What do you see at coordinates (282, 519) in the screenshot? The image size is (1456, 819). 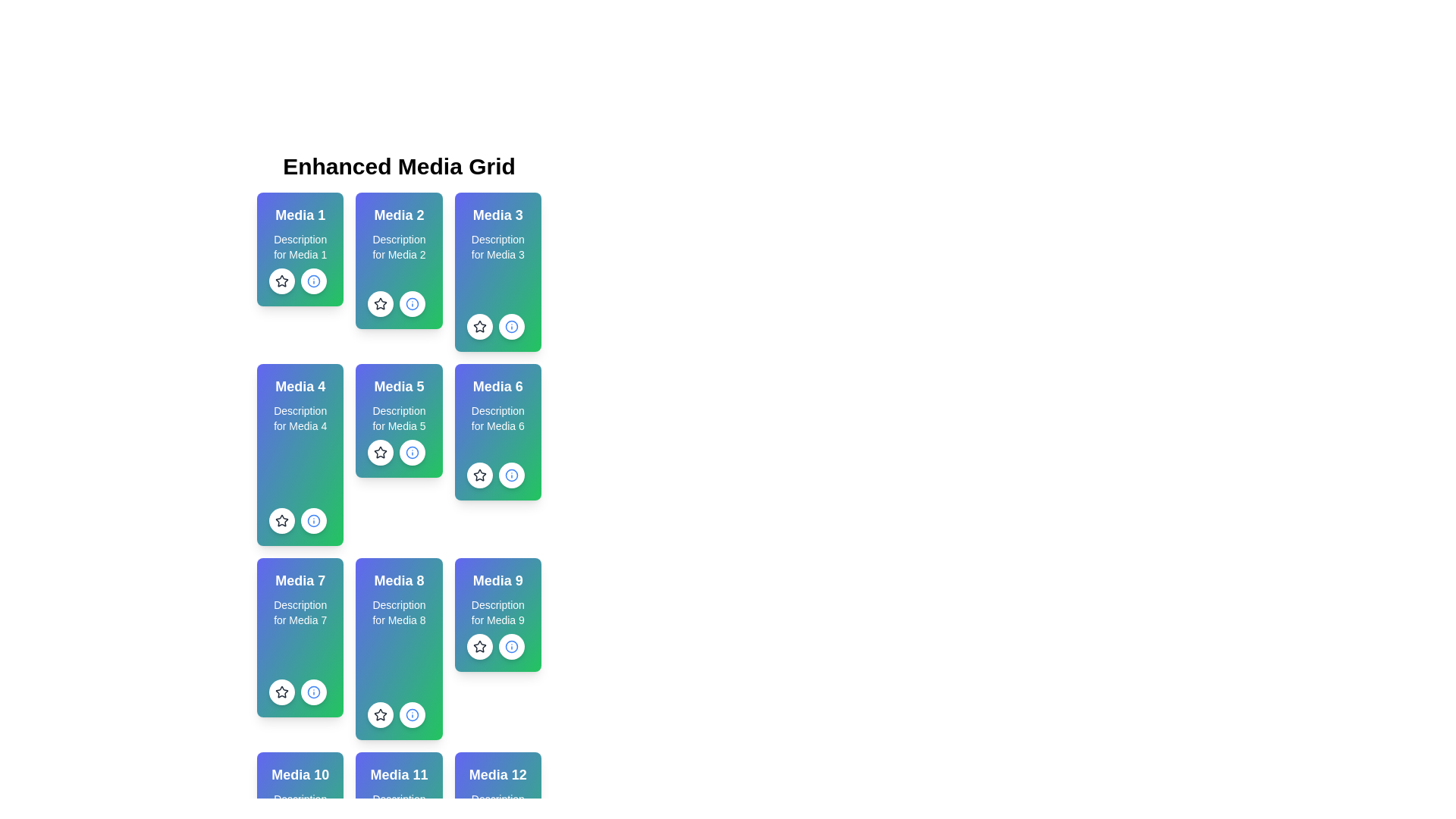 I see `the circular button with a white background and a star icon, which is the first button at the bottom-left corner of the fourth card labeled 'Media 4' in the Enhanced Media Grid layout` at bounding box center [282, 519].